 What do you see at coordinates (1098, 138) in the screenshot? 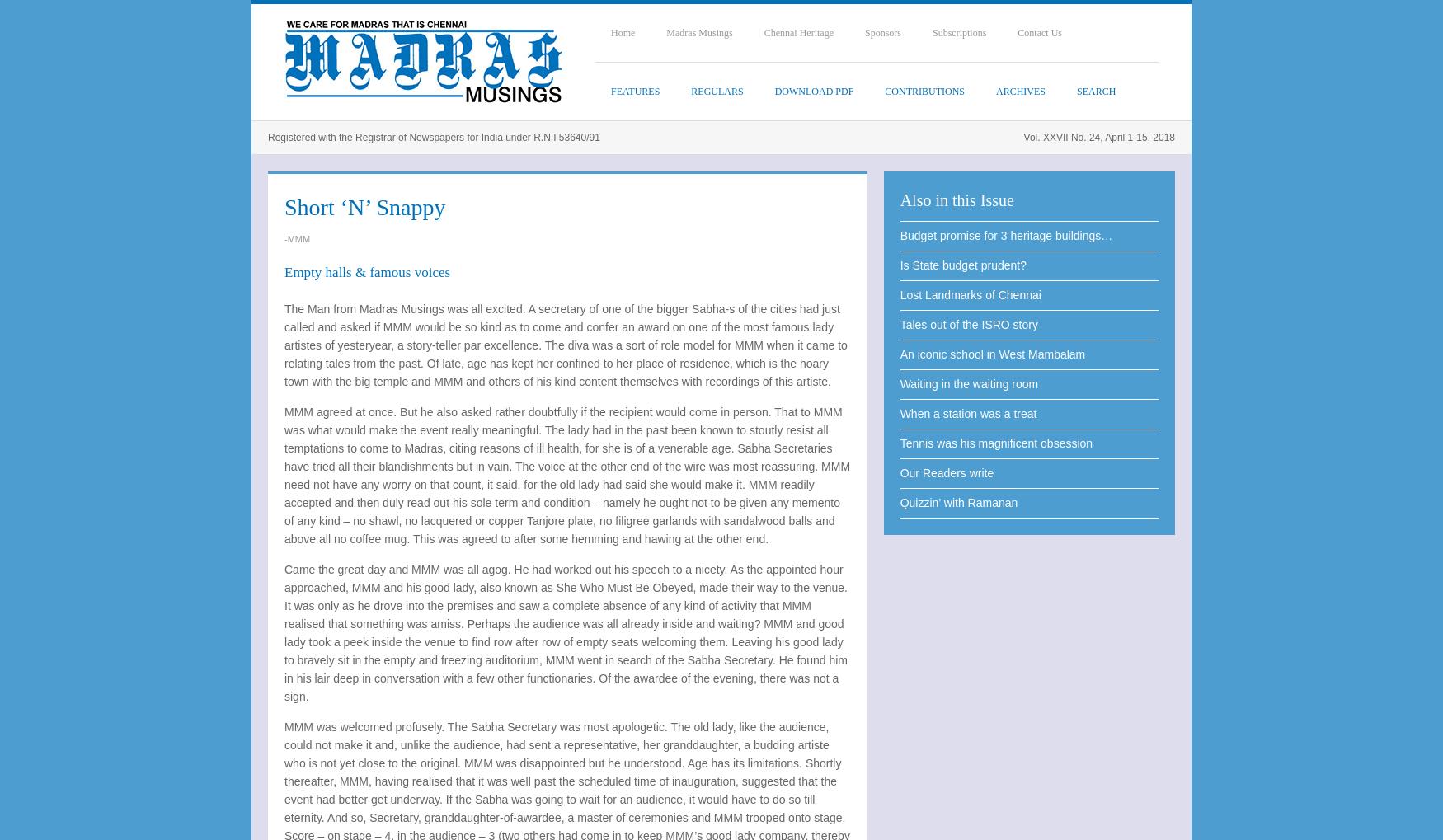
I see `'Vol. XXVII No. 24, April 1-15, 2018'` at bounding box center [1098, 138].